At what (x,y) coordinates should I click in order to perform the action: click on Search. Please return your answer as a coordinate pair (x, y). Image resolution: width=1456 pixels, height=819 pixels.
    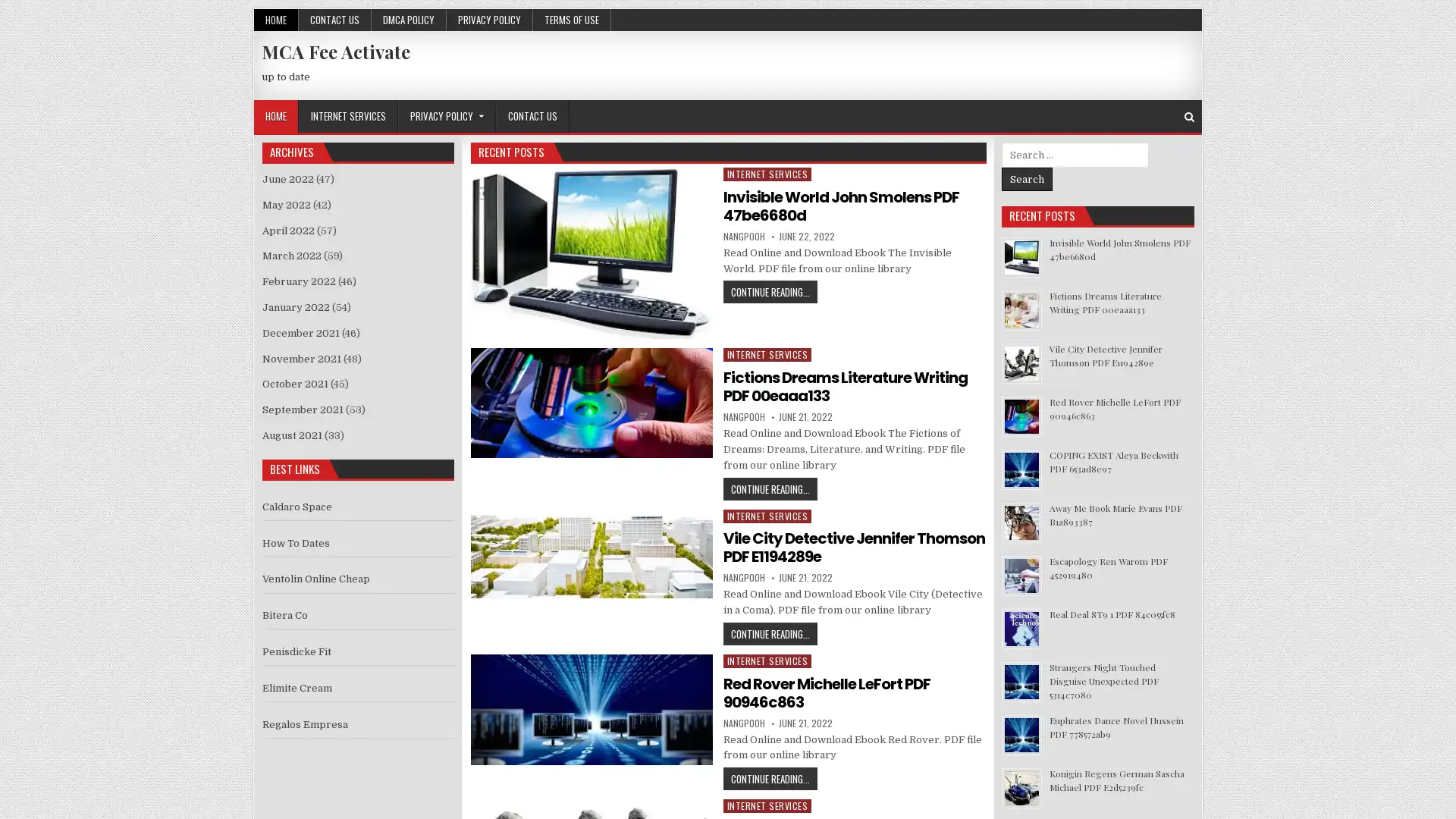
    Looking at the image, I should click on (1027, 178).